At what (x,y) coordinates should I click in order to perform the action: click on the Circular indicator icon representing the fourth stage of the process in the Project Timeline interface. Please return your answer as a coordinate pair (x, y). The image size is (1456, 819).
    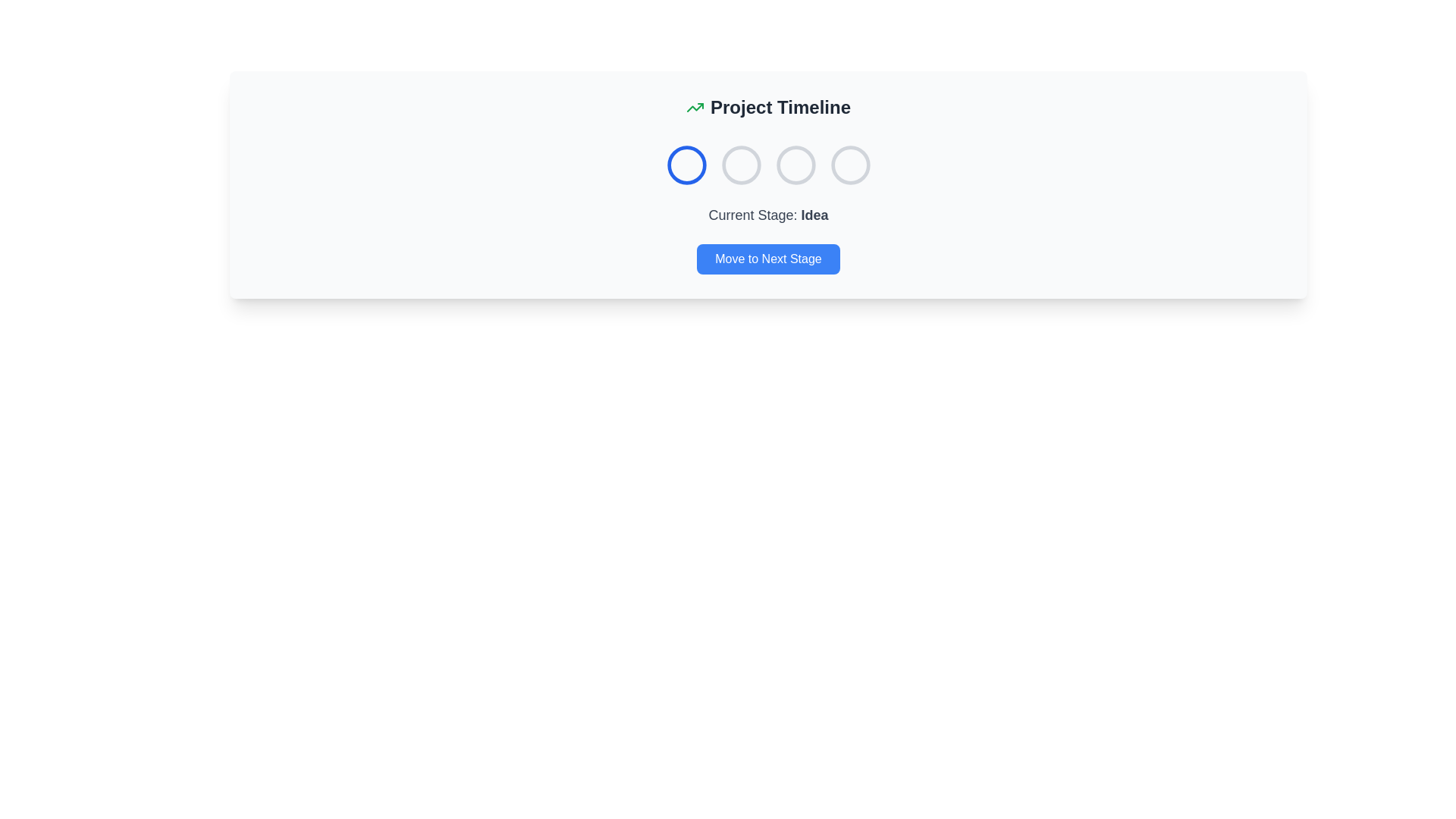
    Looking at the image, I should click on (850, 165).